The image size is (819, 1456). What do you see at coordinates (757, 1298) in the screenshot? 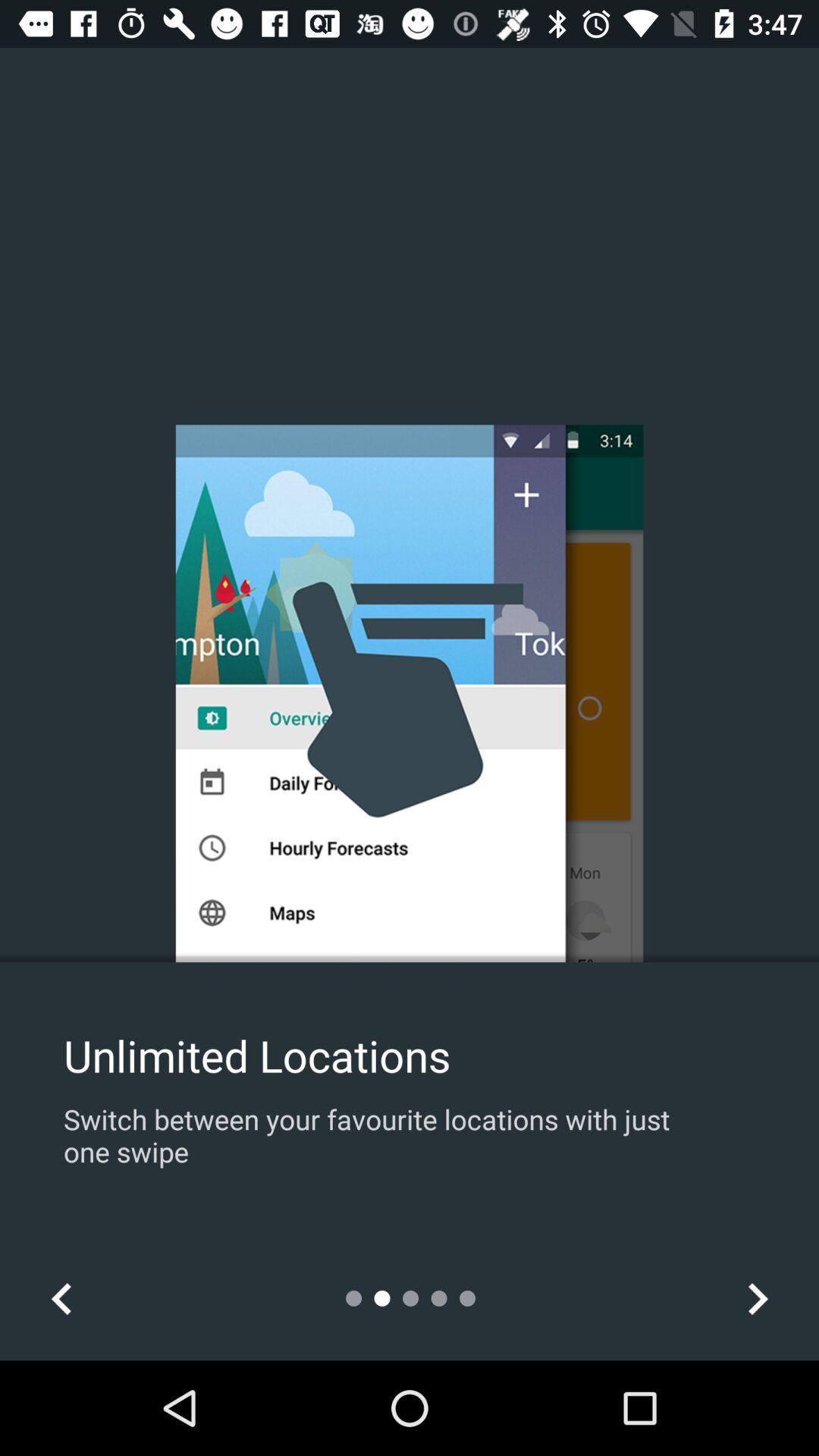
I see `the arrow_forward icon` at bounding box center [757, 1298].